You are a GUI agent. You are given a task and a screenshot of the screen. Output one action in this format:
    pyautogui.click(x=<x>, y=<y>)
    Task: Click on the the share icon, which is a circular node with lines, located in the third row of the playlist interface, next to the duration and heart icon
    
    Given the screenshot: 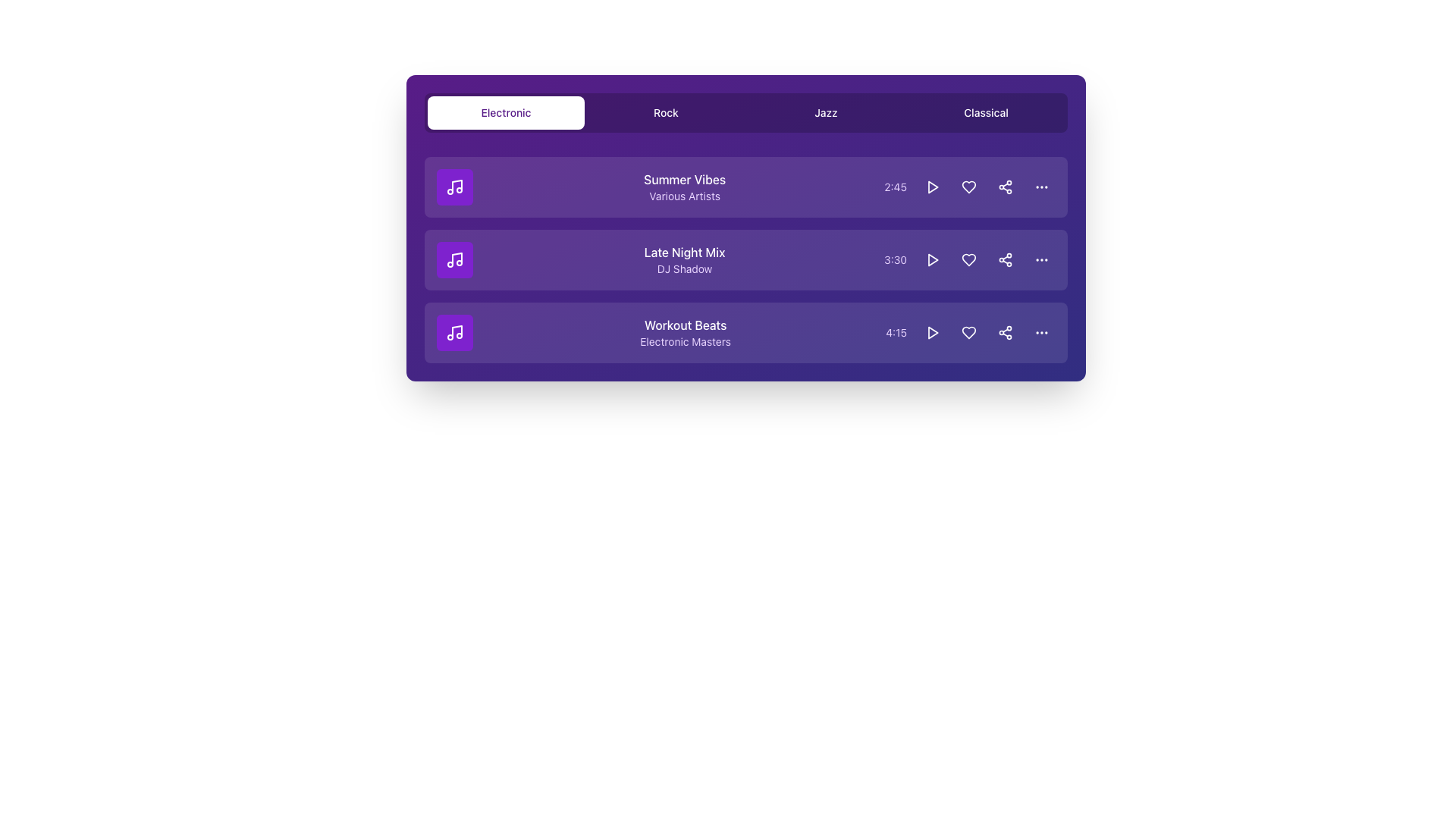 What is the action you would take?
    pyautogui.click(x=1005, y=259)
    